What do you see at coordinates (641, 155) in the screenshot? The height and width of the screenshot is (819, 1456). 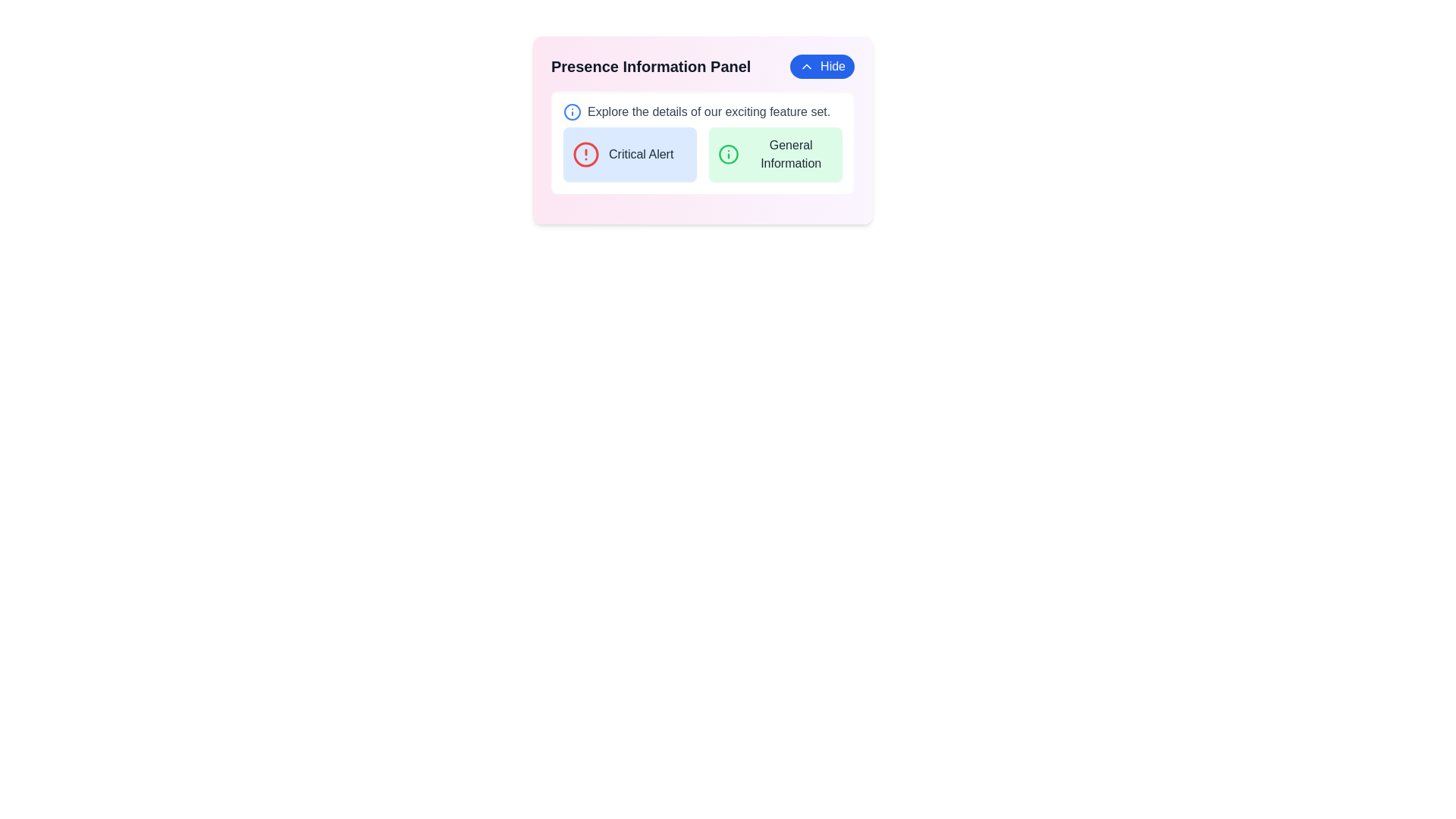 I see `the static text label that reads 'Critical Alert' with a dark gray font on a light blue background, located within a rounded rectangle in a notice panel` at bounding box center [641, 155].